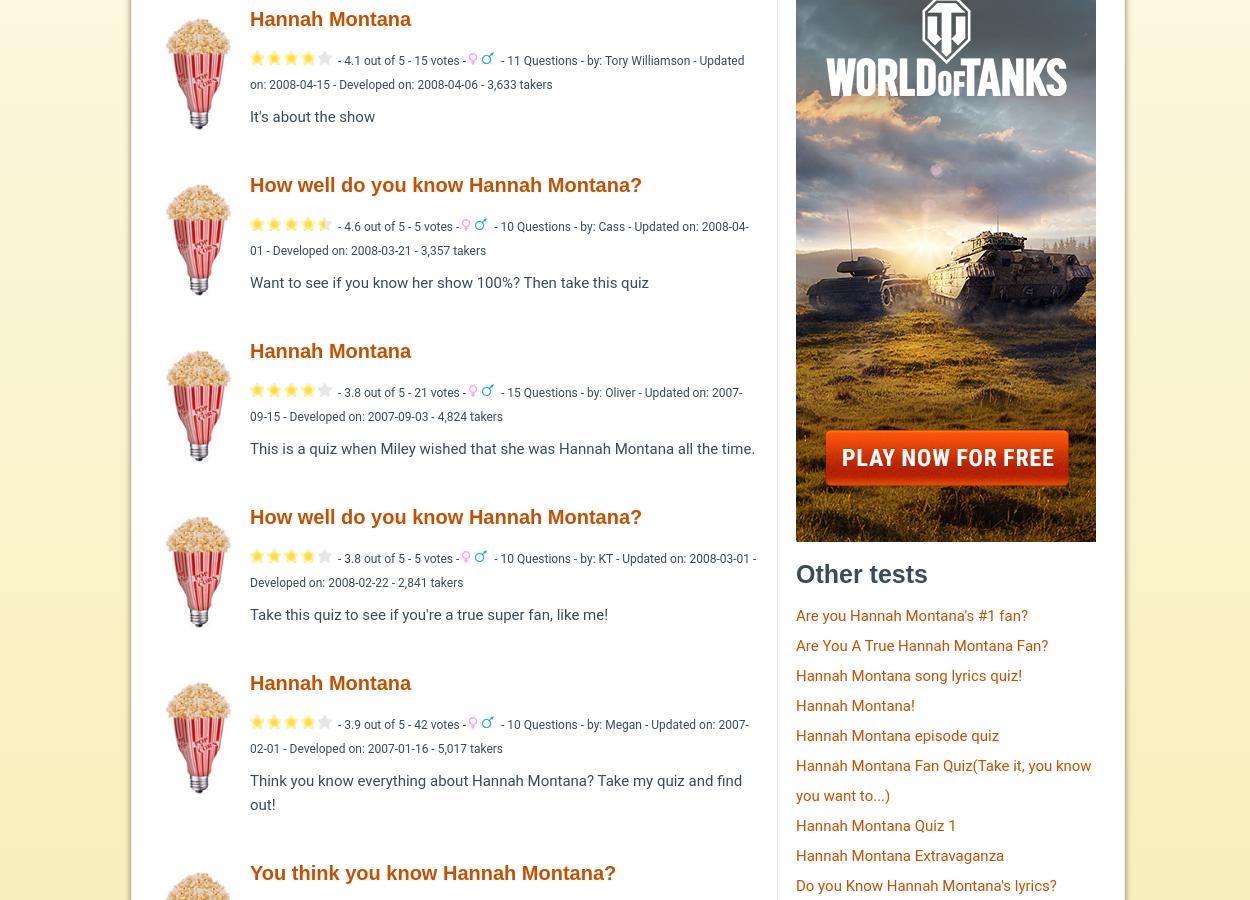 The height and width of the screenshot is (900, 1250). What do you see at coordinates (942, 780) in the screenshot?
I see `'Hannah Montana Fan Quiz(Take it, you know you want to...)'` at bounding box center [942, 780].